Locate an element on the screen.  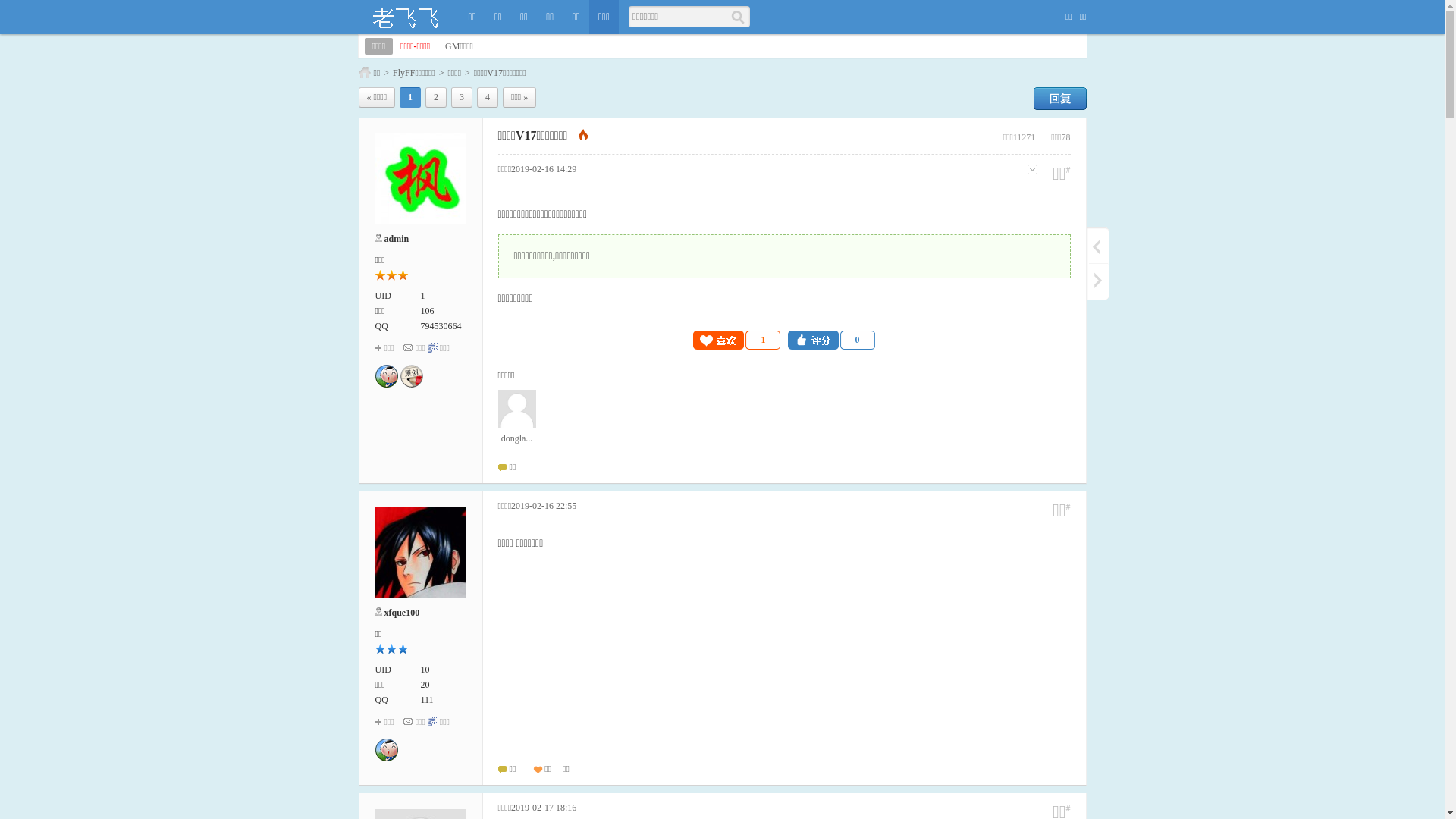
'dongla...' is located at coordinates (516, 417).